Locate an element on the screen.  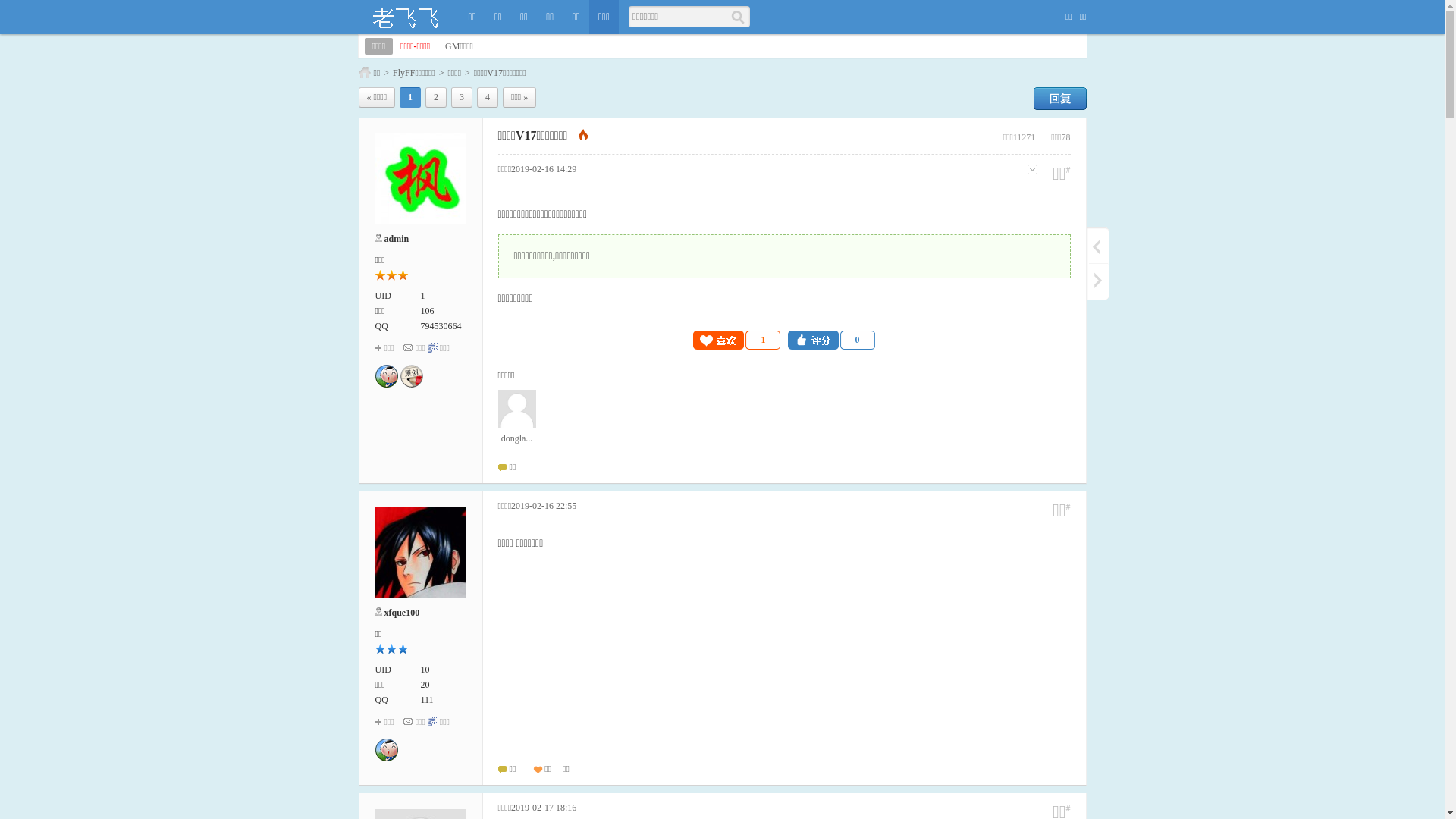
'dongla...' is located at coordinates (516, 417).